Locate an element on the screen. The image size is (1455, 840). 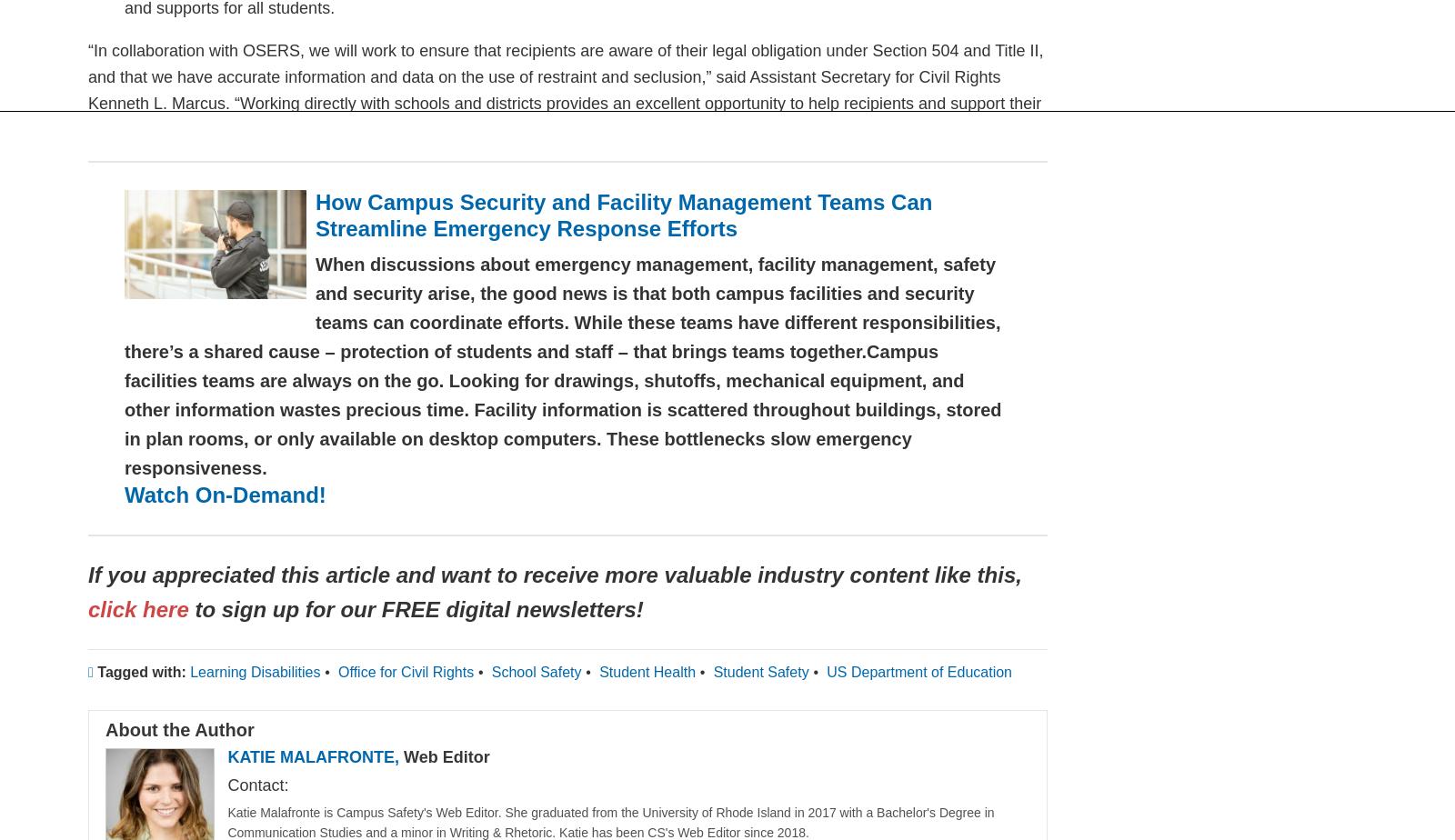
'School Safety' is located at coordinates (535, 671).